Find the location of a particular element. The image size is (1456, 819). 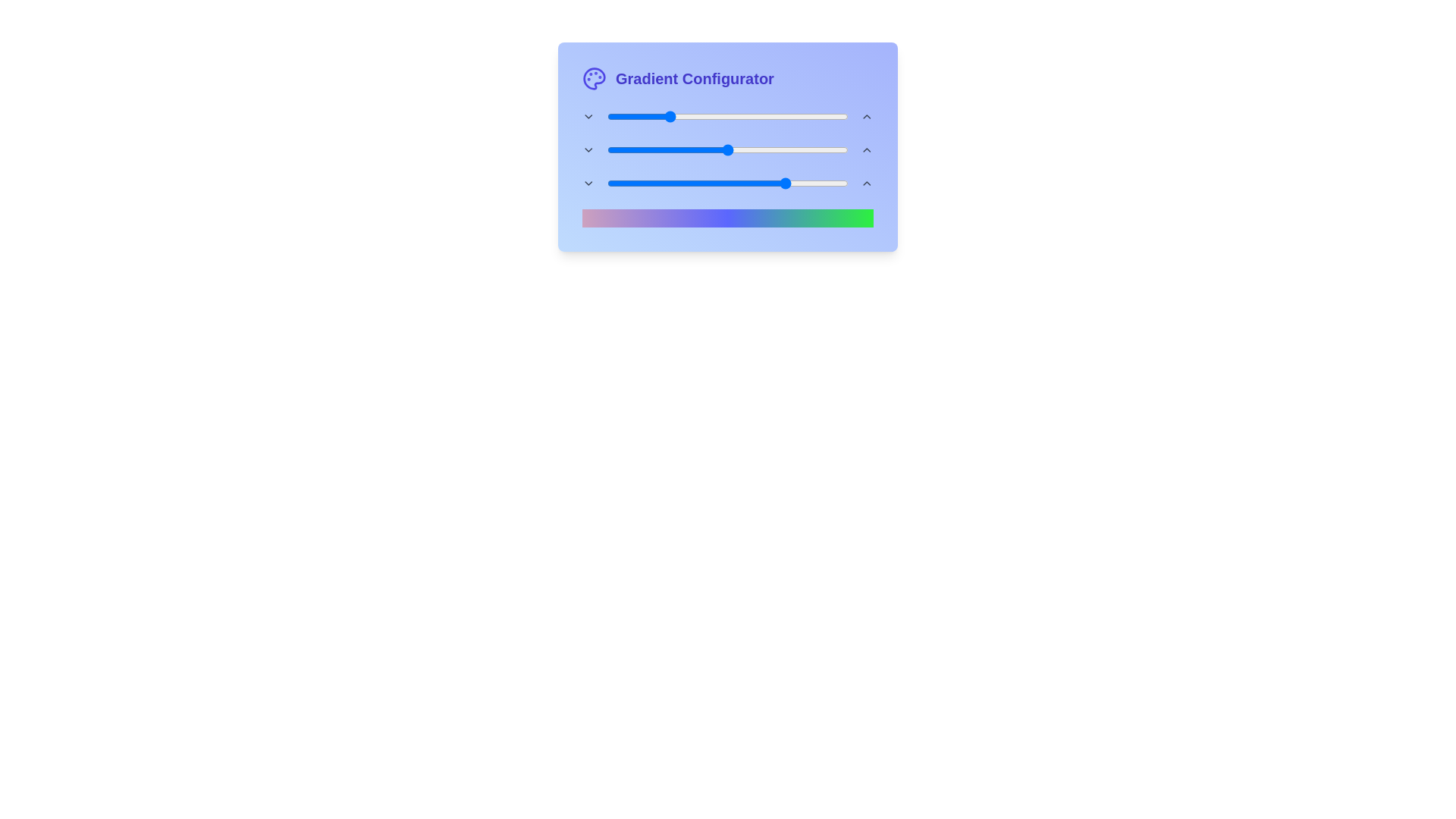

the end gradient slider to 10 is located at coordinates (631, 183).